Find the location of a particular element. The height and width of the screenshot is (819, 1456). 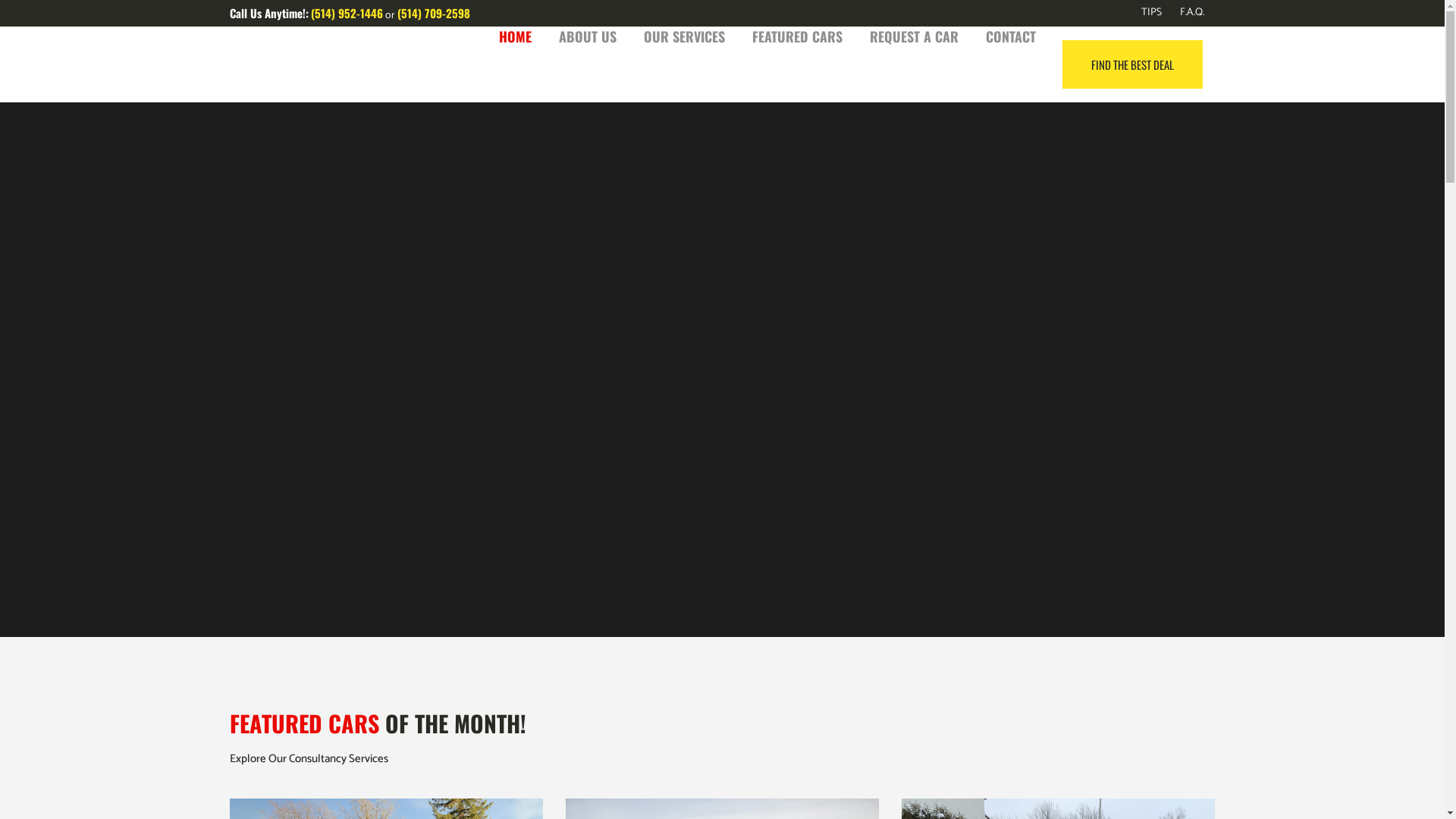

'CONTACT' is located at coordinates (1011, 35).